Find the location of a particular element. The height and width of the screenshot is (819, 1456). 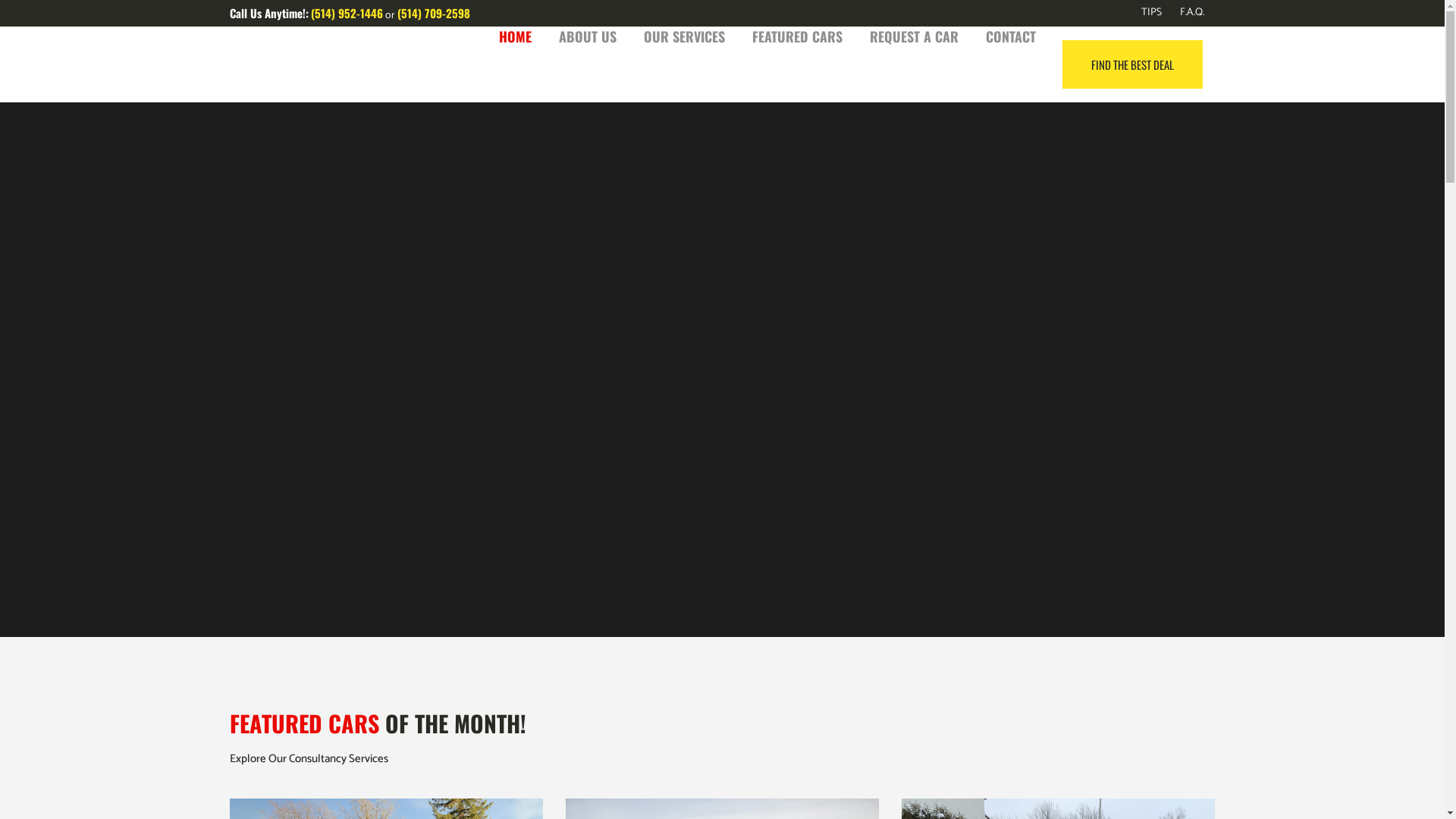

'CONTACT' is located at coordinates (1011, 35).